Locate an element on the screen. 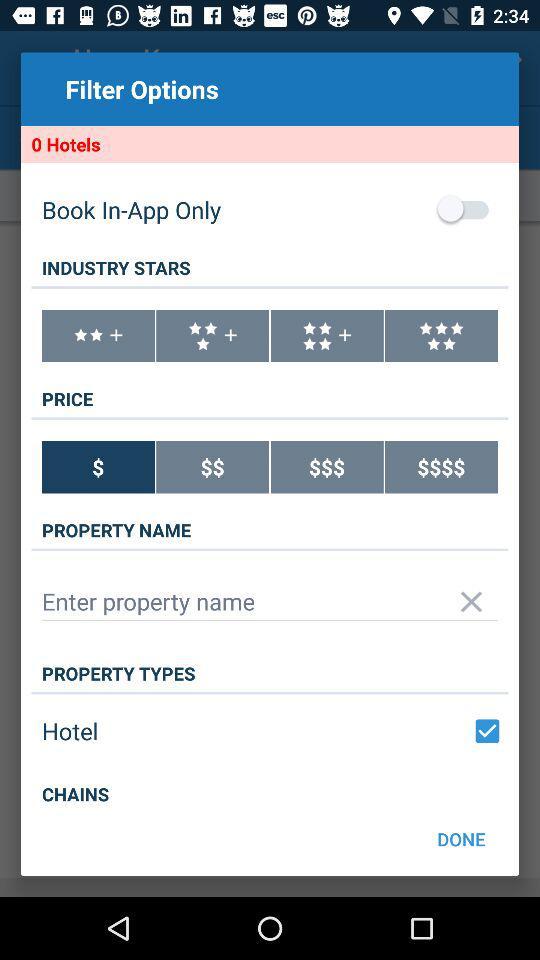  the sliders icon is located at coordinates (441, 359).